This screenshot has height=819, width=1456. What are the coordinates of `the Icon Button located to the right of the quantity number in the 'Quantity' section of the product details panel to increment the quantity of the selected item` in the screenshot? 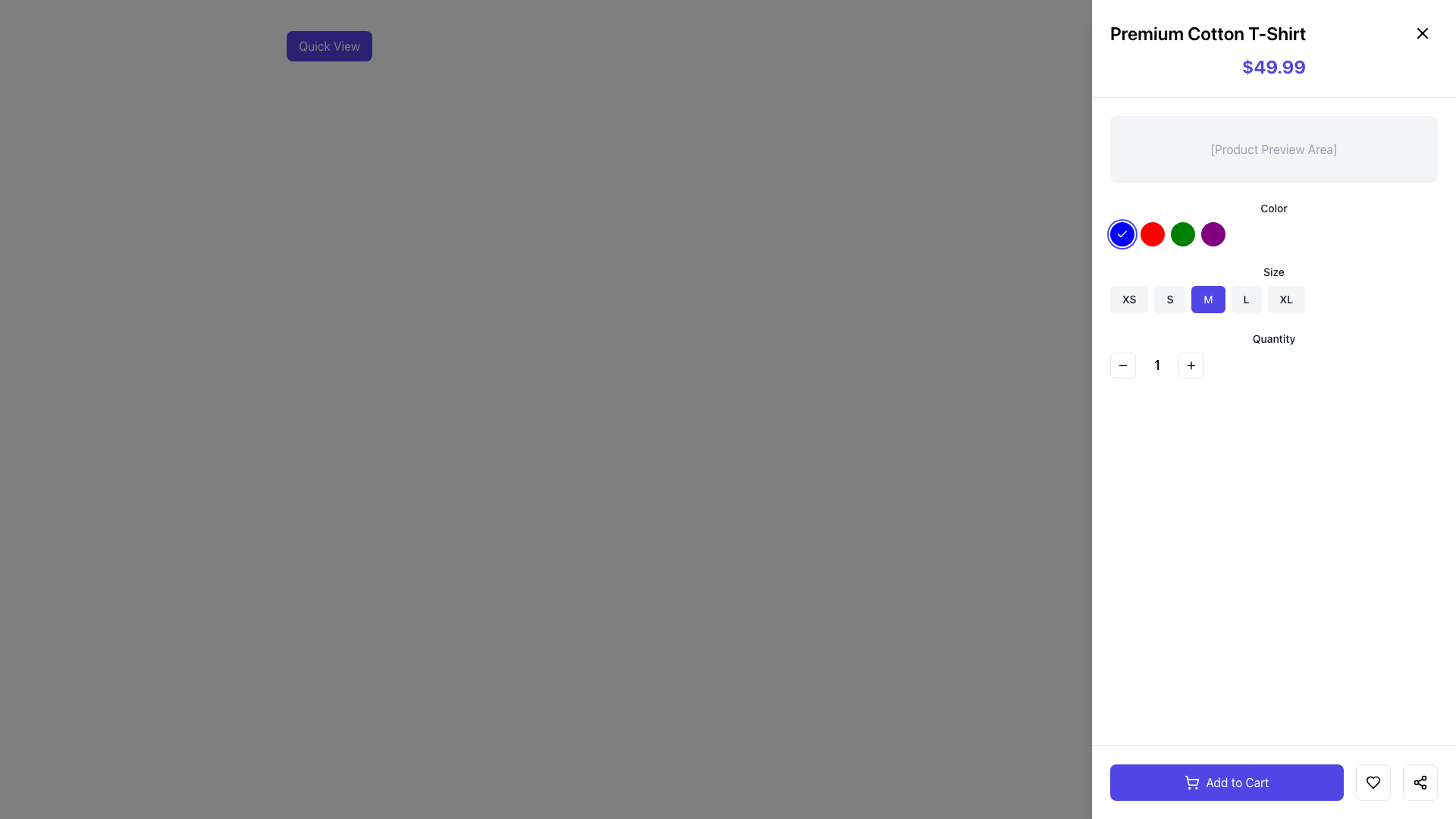 It's located at (1190, 366).